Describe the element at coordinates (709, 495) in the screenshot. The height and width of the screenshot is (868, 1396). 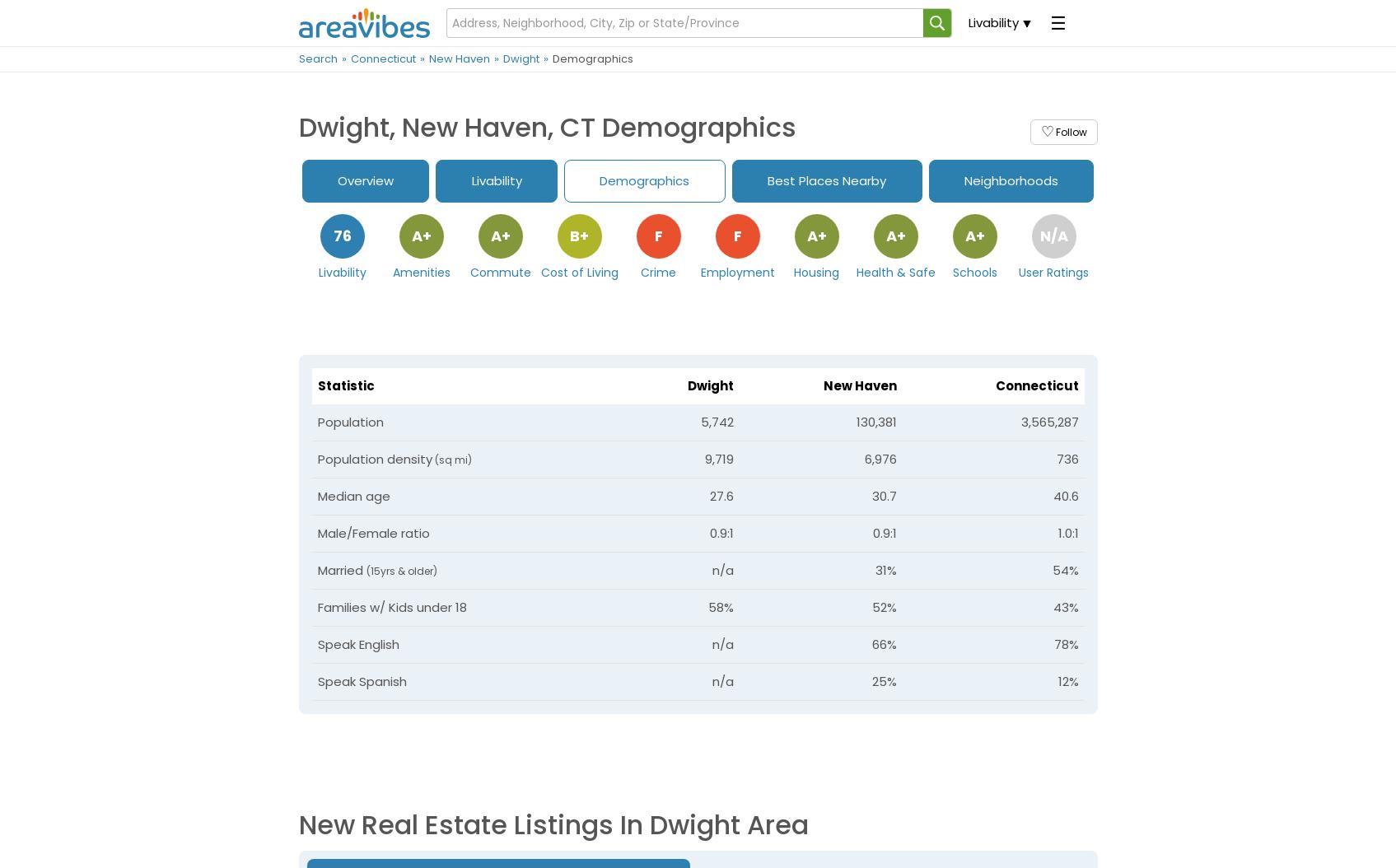
I see `'27.6'` at that location.